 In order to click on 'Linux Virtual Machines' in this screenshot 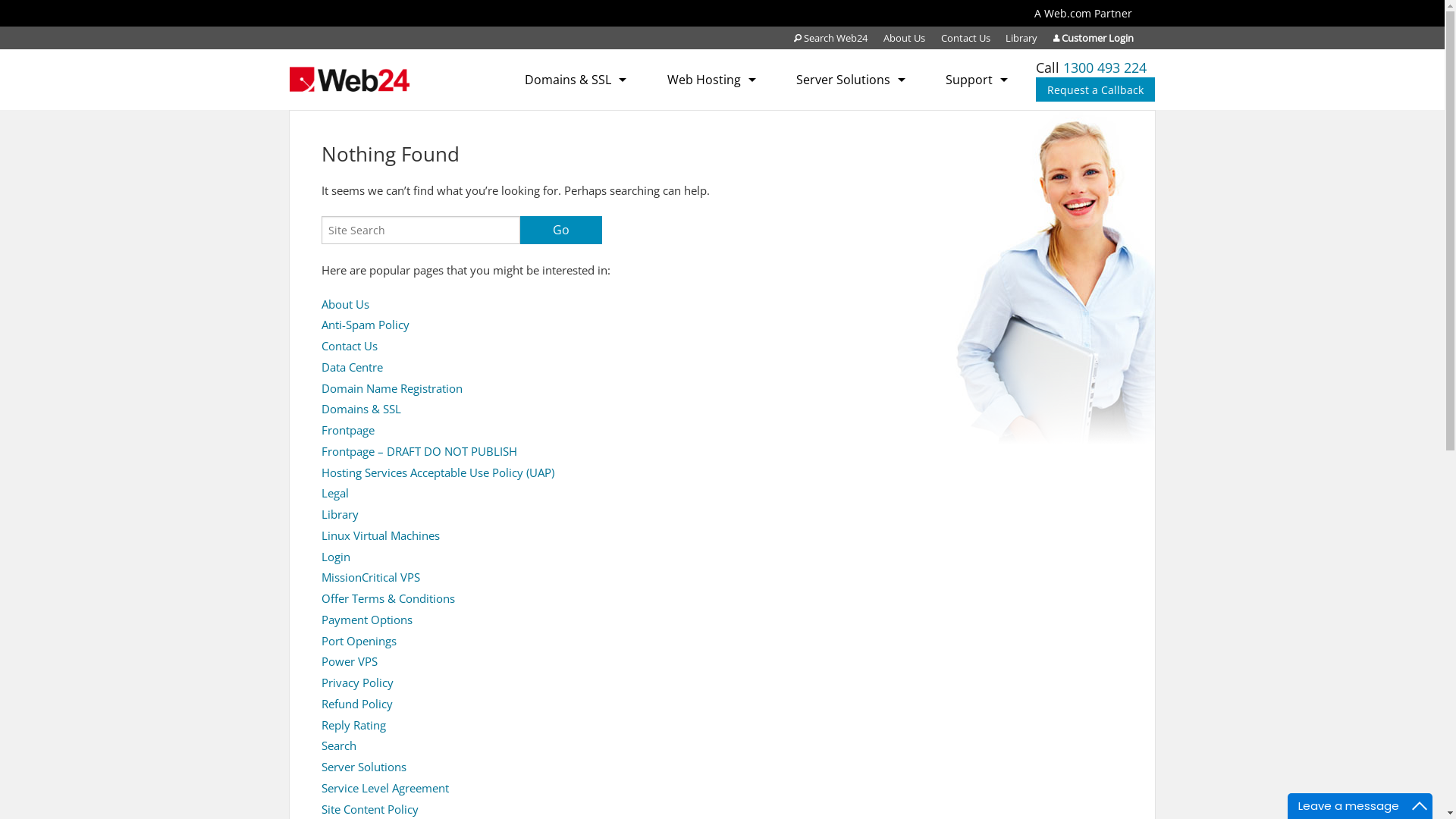, I will do `click(381, 535)`.